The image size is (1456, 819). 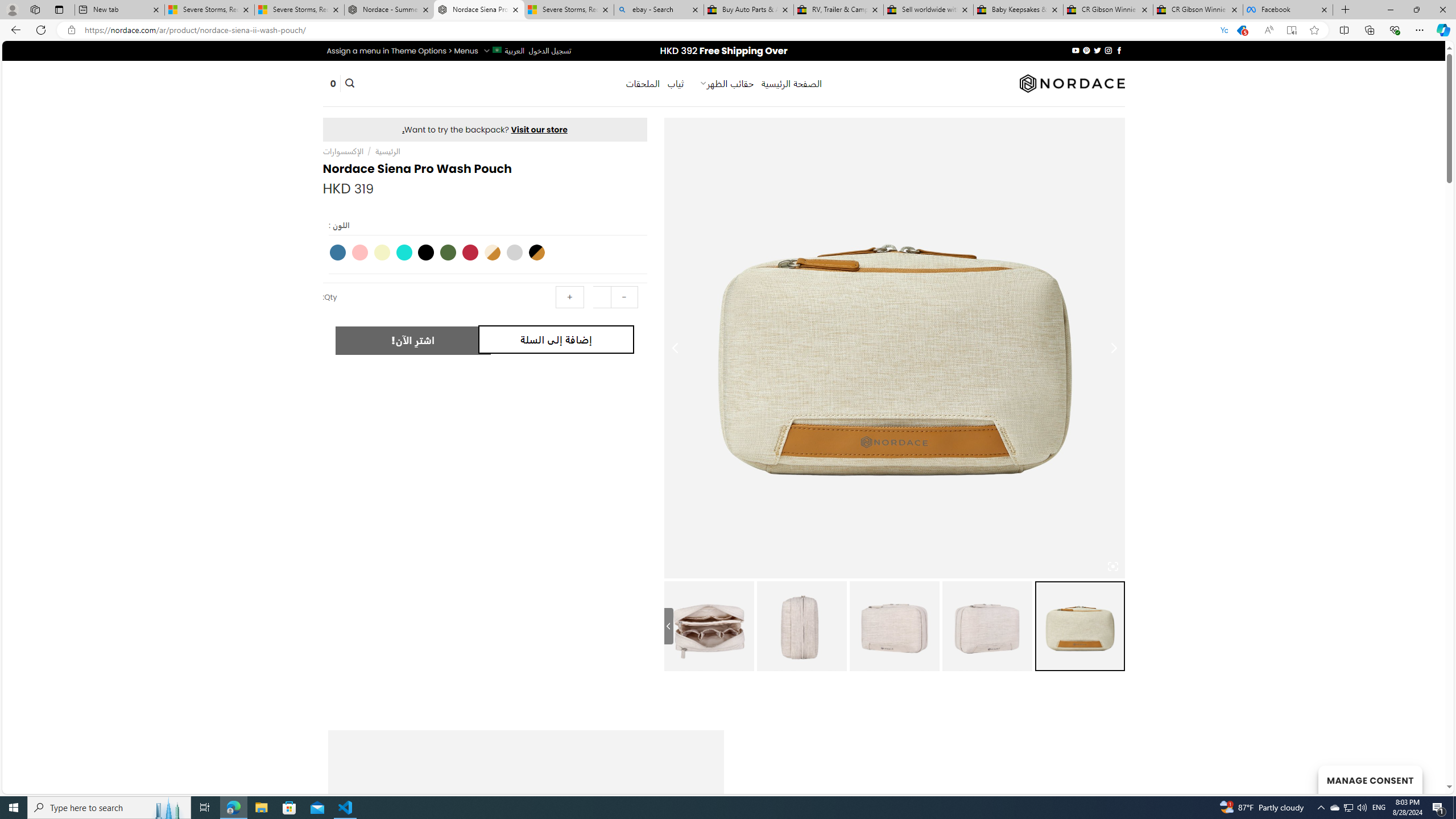 I want to click on 'Baby Keepsakes & Announcements for sale | eBay', so click(x=1017, y=9).